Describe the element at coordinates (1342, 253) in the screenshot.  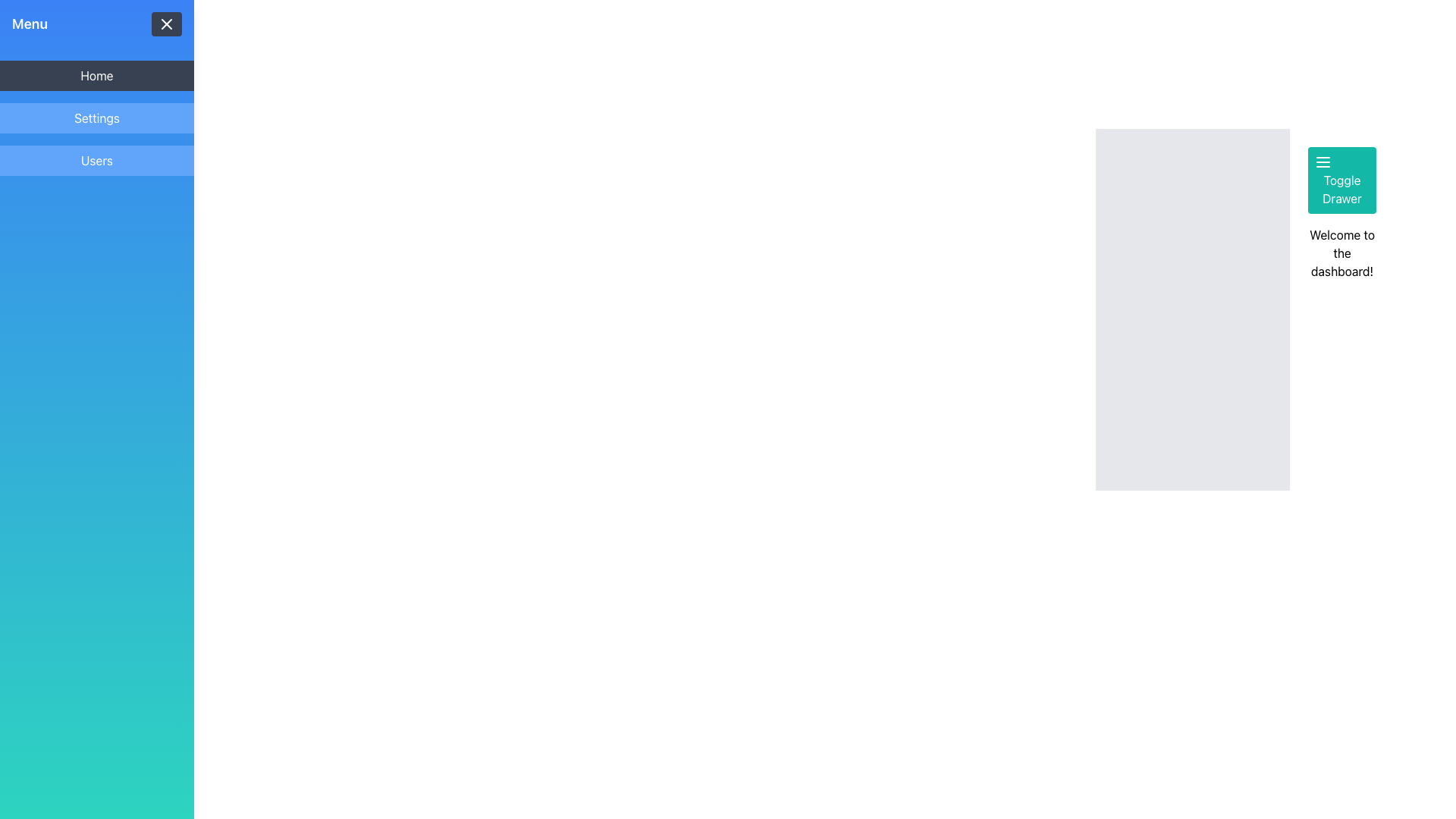
I see `the text label that reads 'Welcome to the dashboard!', which is centrally aligned and positioned directly below the 'Toggle Drawer' button` at that location.